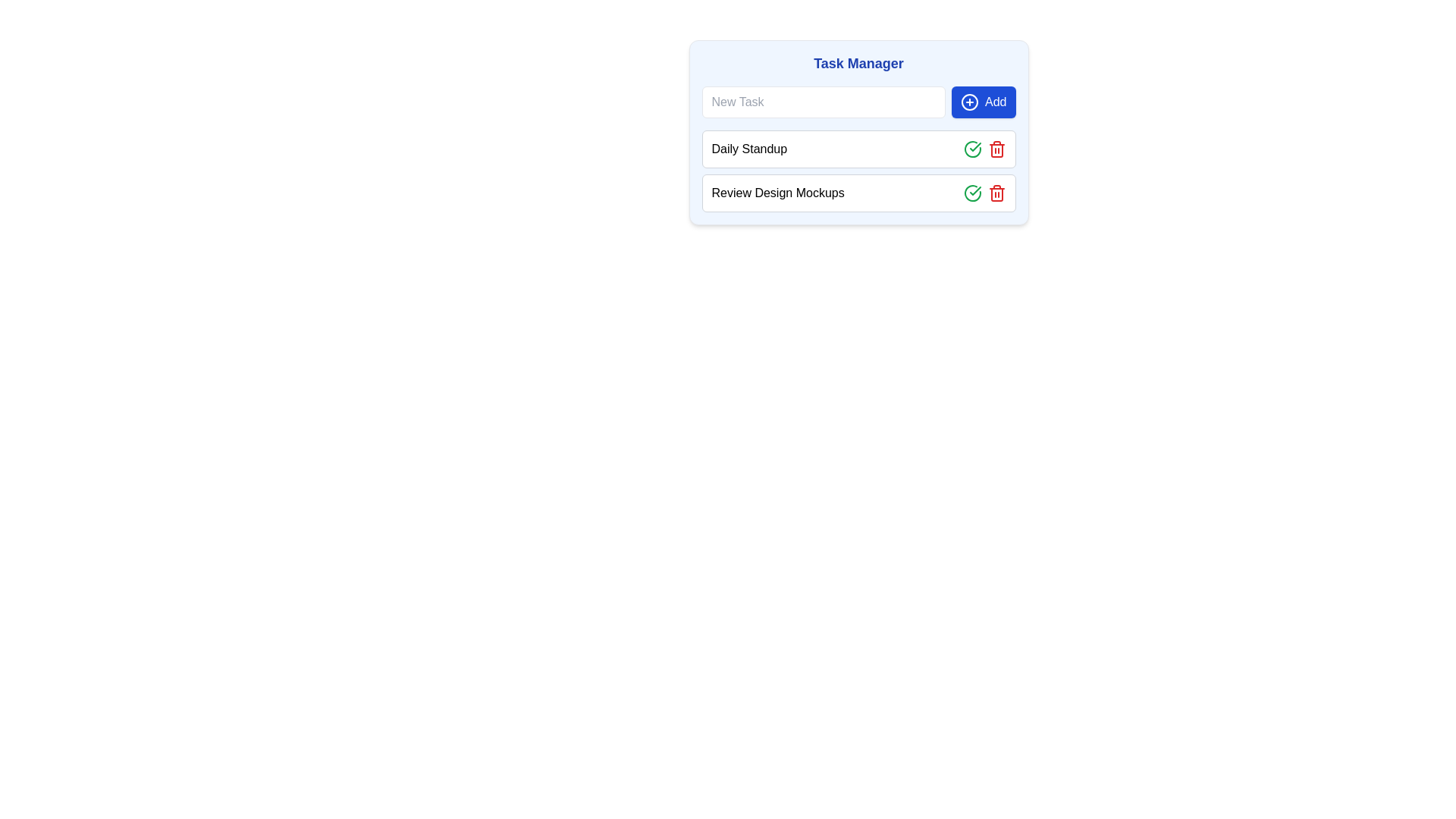  I want to click on task title 'Review Design Mockups' from the second task item in the task manager interface located below 'Daily Standup', so click(858, 192).